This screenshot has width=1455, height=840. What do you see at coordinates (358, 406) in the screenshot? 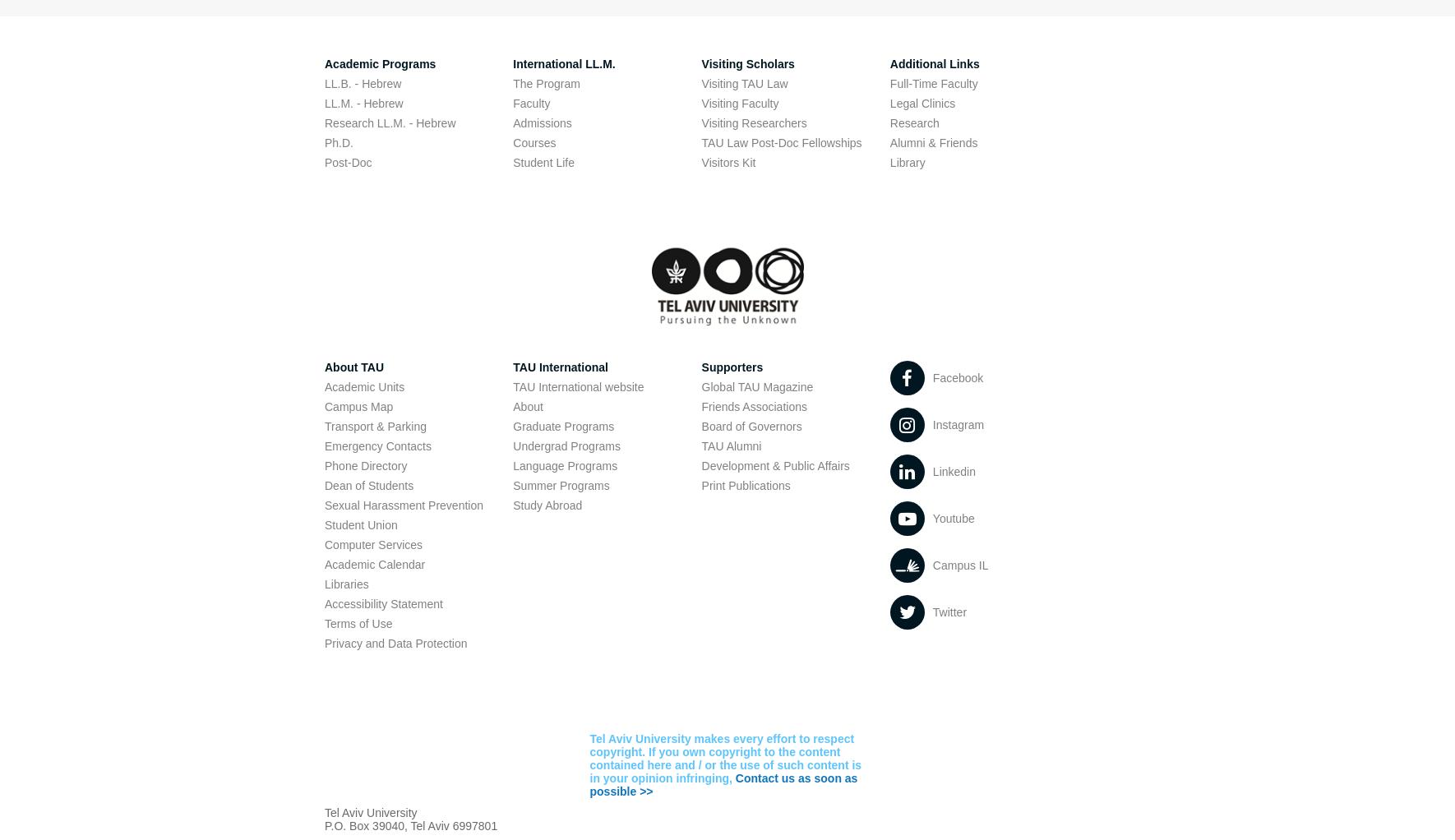
I see `'Campus Map'` at bounding box center [358, 406].